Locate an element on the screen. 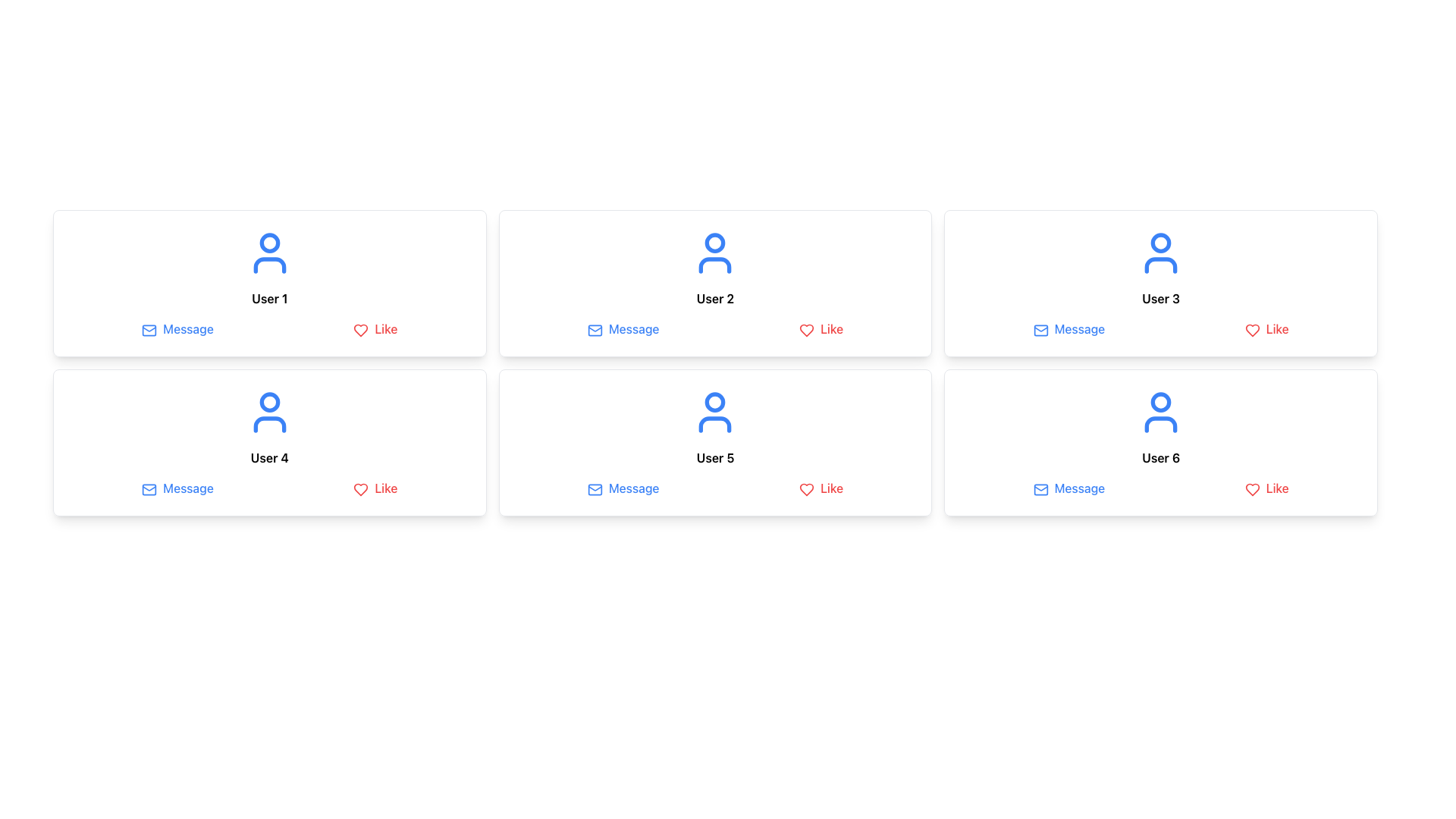 The height and width of the screenshot is (819, 1456). text label 'User 2' which is a bold font centered within the second card of a grid layout, located beneath the person icon is located at coordinates (714, 298).